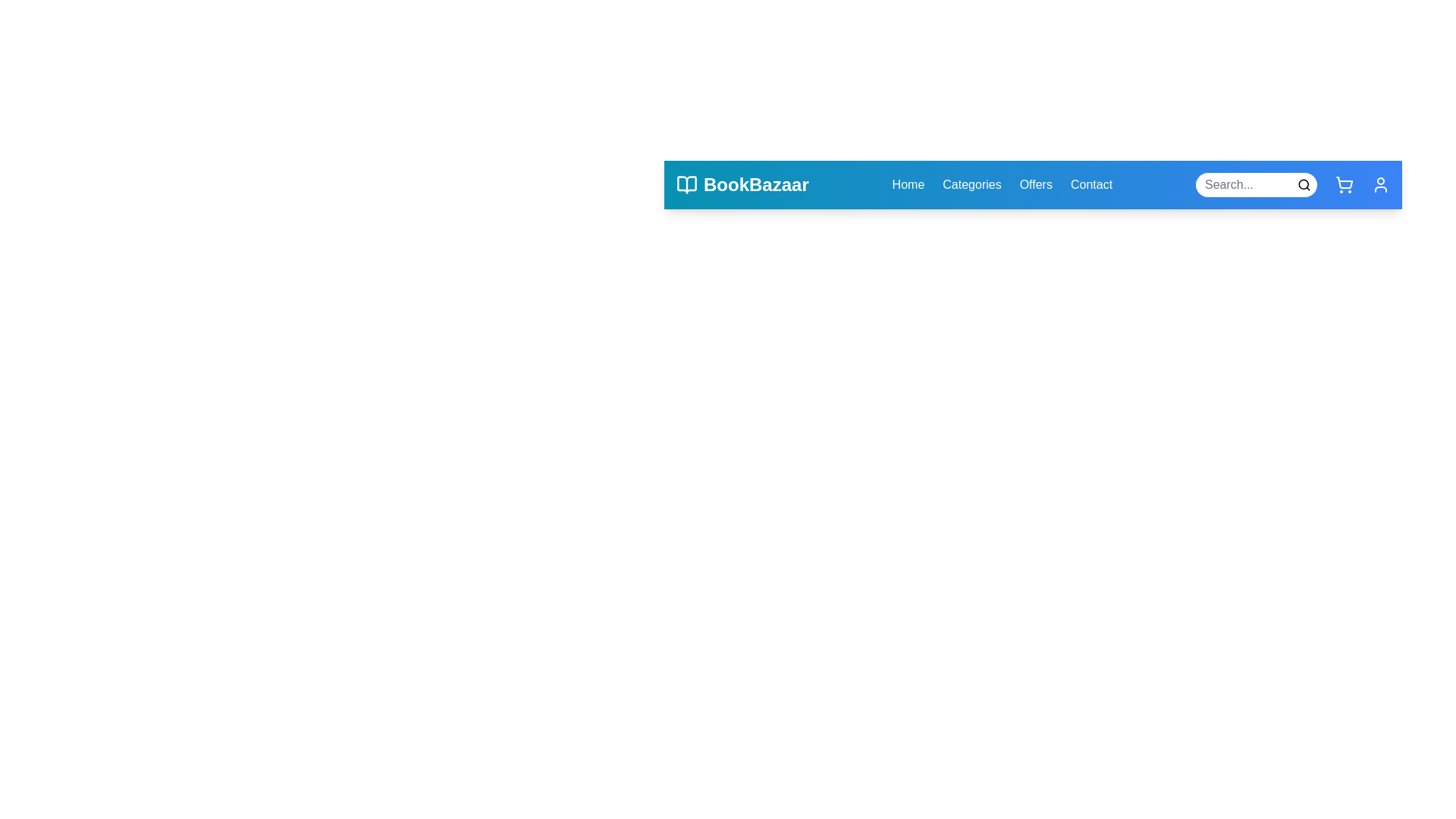 This screenshot has height=819, width=1456. Describe the element at coordinates (1380, 184) in the screenshot. I see `the user profile icon` at that location.